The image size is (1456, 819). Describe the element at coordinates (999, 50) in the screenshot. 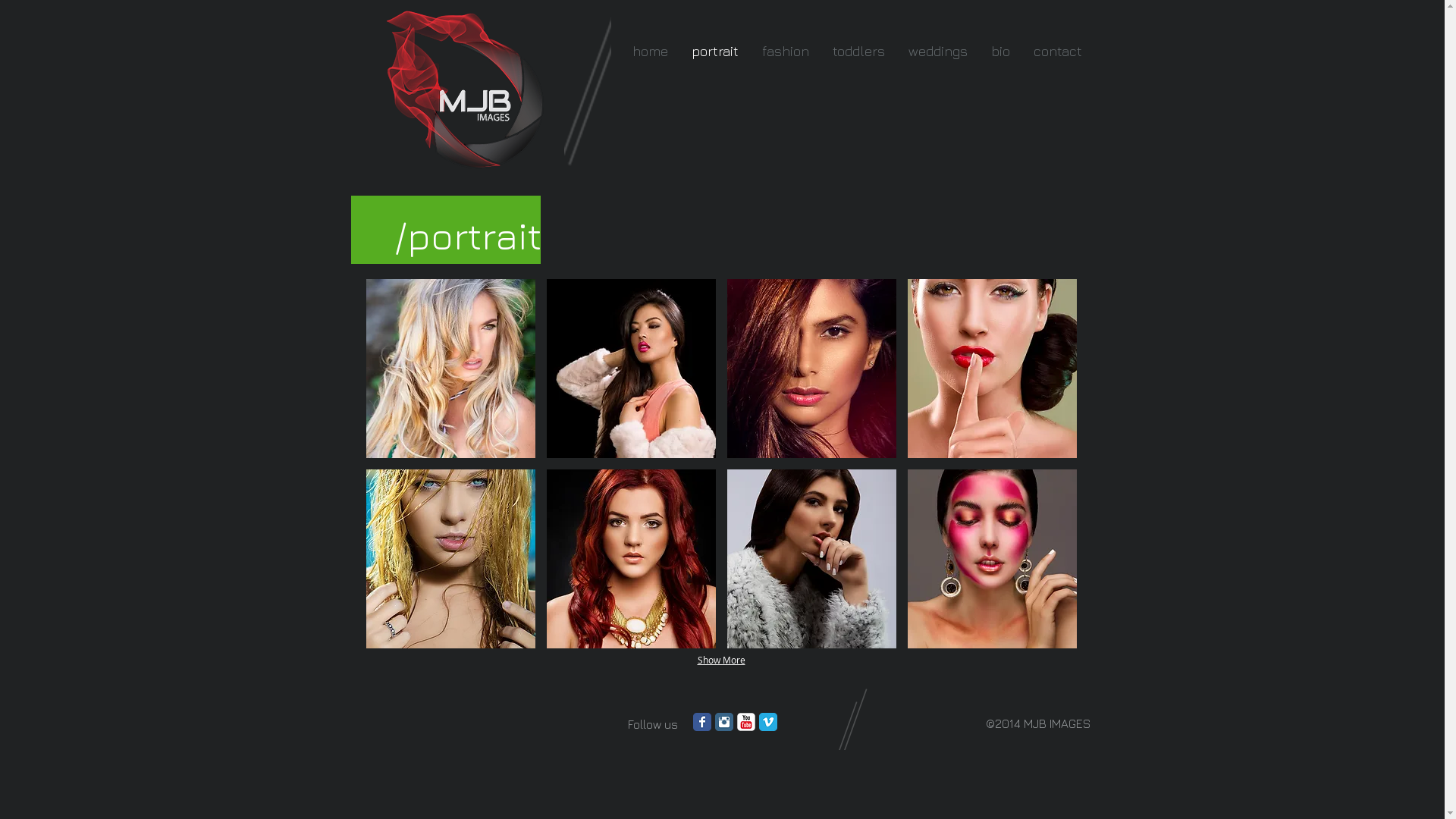

I see `'bio'` at that location.